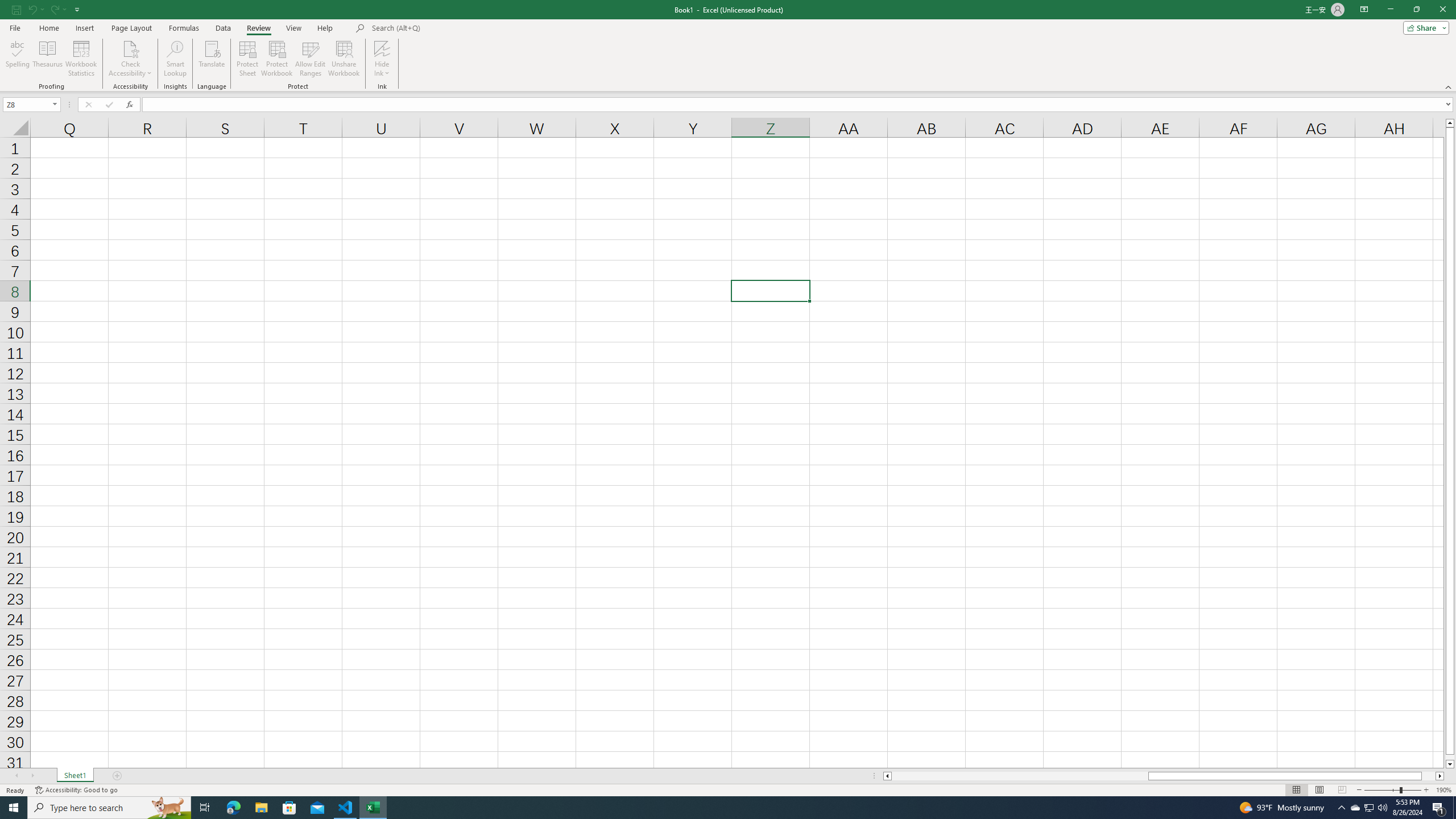  What do you see at coordinates (344, 59) in the screenshot?
I see `'Unshare Workbook'` at bounding box center [344, 59].